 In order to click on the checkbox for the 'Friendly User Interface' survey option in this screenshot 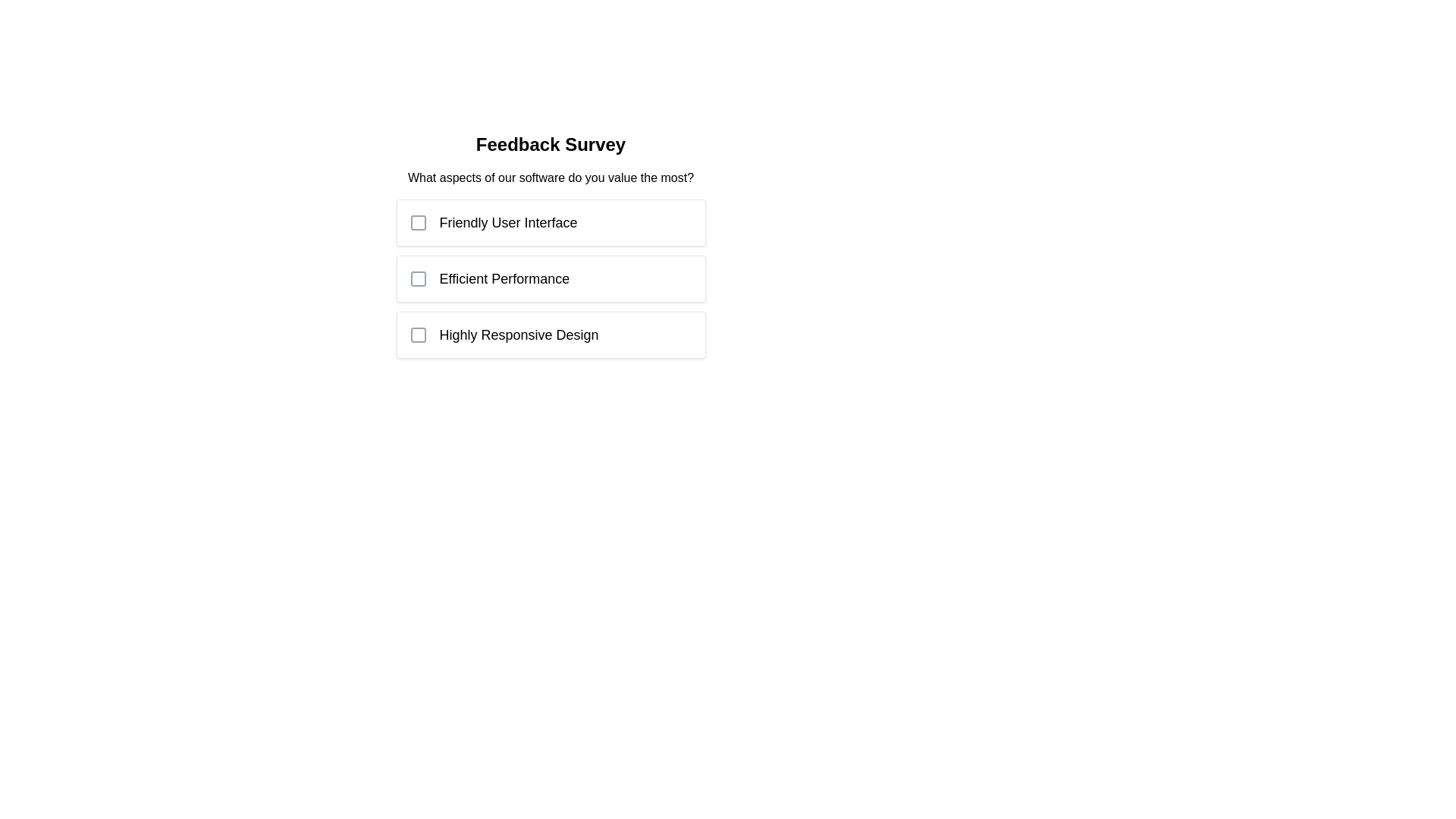, I will do `click(418, 222)`.